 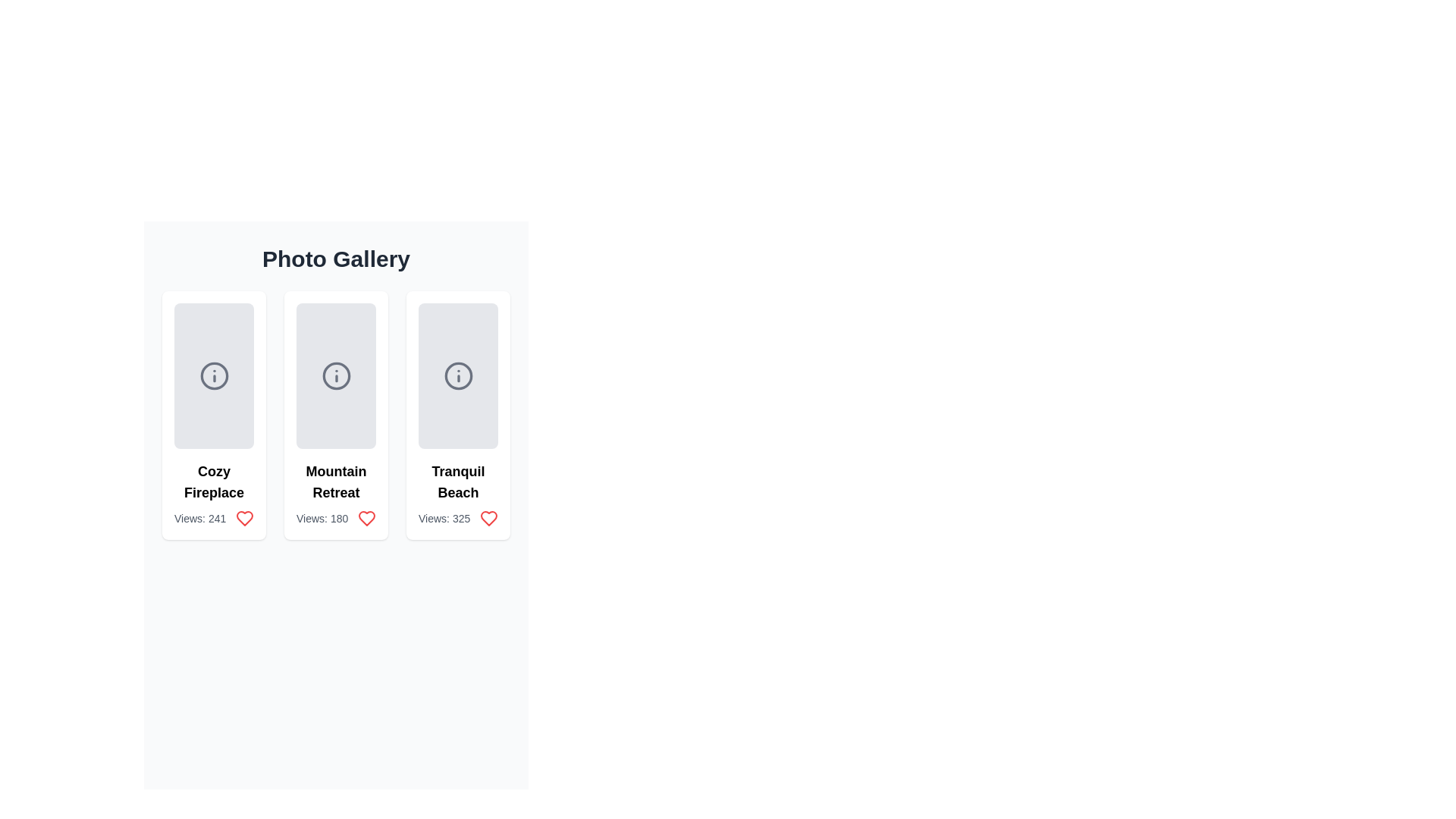 What do you see at coordinates (488, 517) in the screenshot?
I see `the heart-shaped button styled in red, located` at bounding box center [488, 517].